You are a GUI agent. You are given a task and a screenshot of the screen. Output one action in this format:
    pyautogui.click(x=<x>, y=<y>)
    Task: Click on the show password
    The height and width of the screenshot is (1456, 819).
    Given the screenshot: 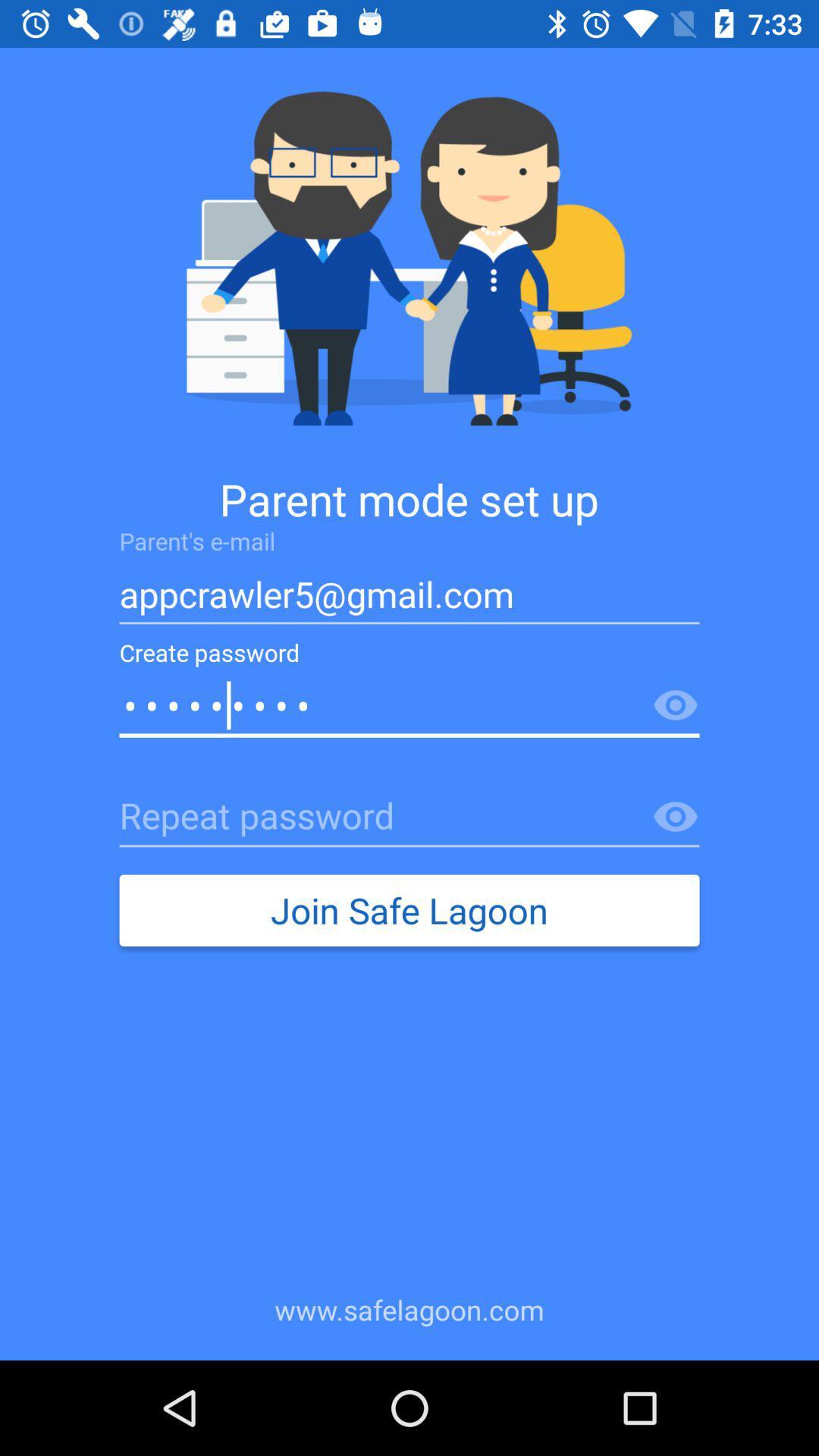 What is the action you would take?
    pyautogui.click(x=675, y=705)
    